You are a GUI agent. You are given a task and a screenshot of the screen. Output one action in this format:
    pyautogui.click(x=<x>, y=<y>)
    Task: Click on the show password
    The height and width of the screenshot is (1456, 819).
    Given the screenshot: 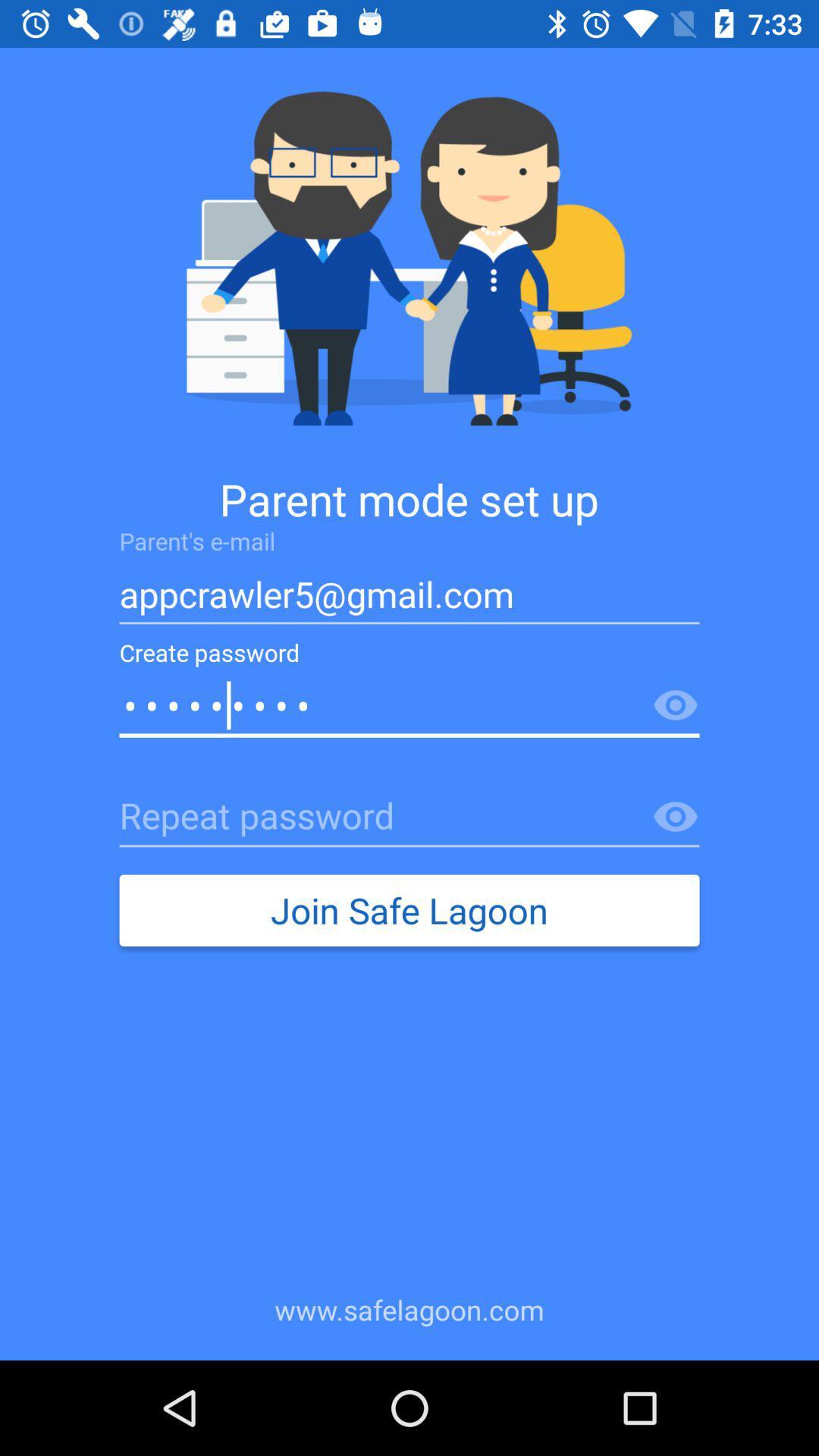 What is the action you would take?
    pyautogui.click(x=675, y=705)
    